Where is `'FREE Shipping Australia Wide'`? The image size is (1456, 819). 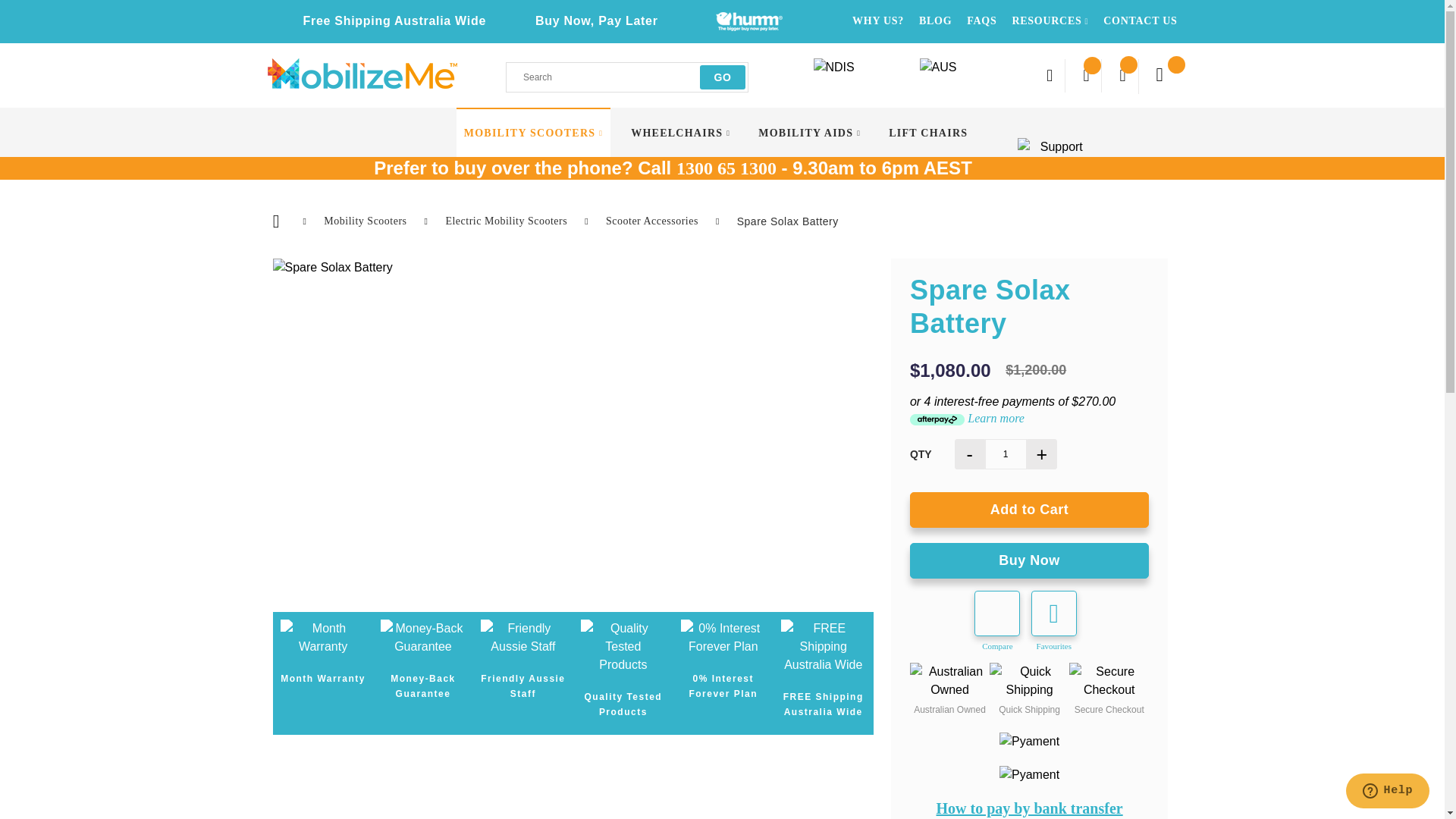 'FREE Shipping Australia Wide' is located at coordinates (822, 646).